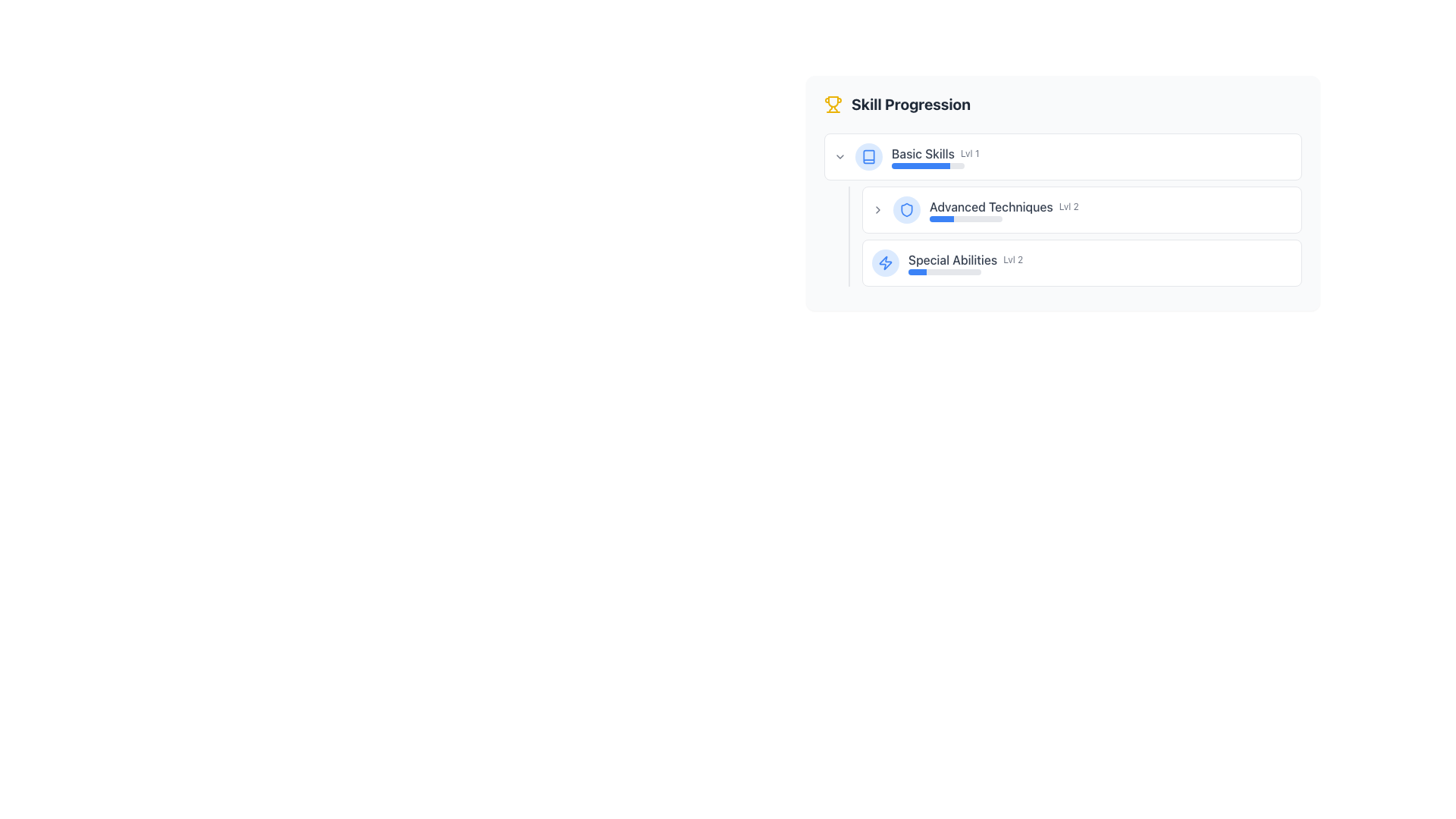  What do you see at coordinates (885, 262) in the screenshot?
I see `the circular icon with a light blue background featuring a lightning bolt symbol, located to the left of the label text 'Special Abilities'` at bounding box center [885, 262].